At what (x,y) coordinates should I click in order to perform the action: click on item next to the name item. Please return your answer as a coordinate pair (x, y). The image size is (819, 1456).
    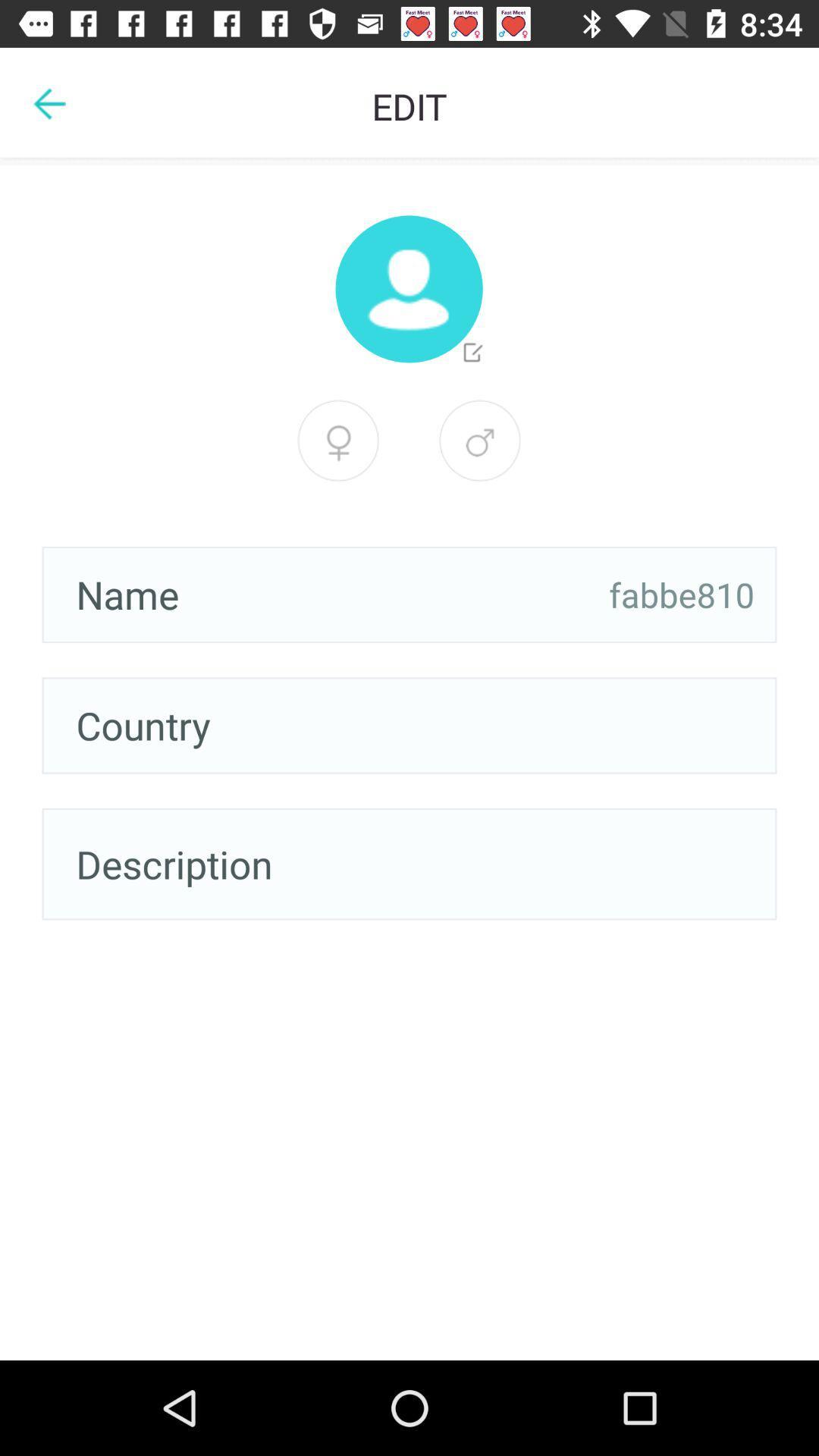
    Looking at the image, I should click on (681, 594).